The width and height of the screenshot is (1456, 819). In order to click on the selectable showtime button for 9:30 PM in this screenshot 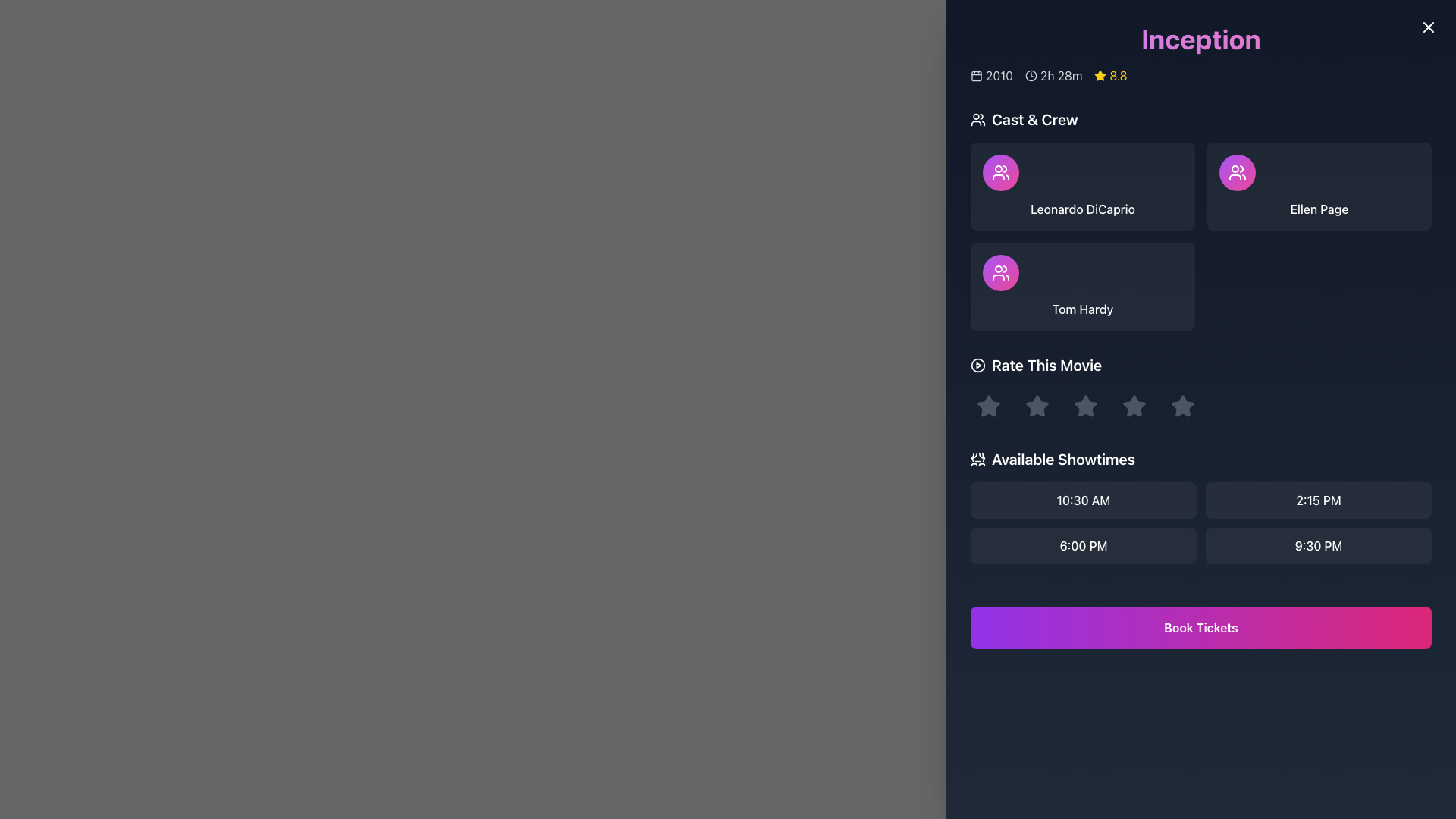, I will do `click(1317, 546)`.